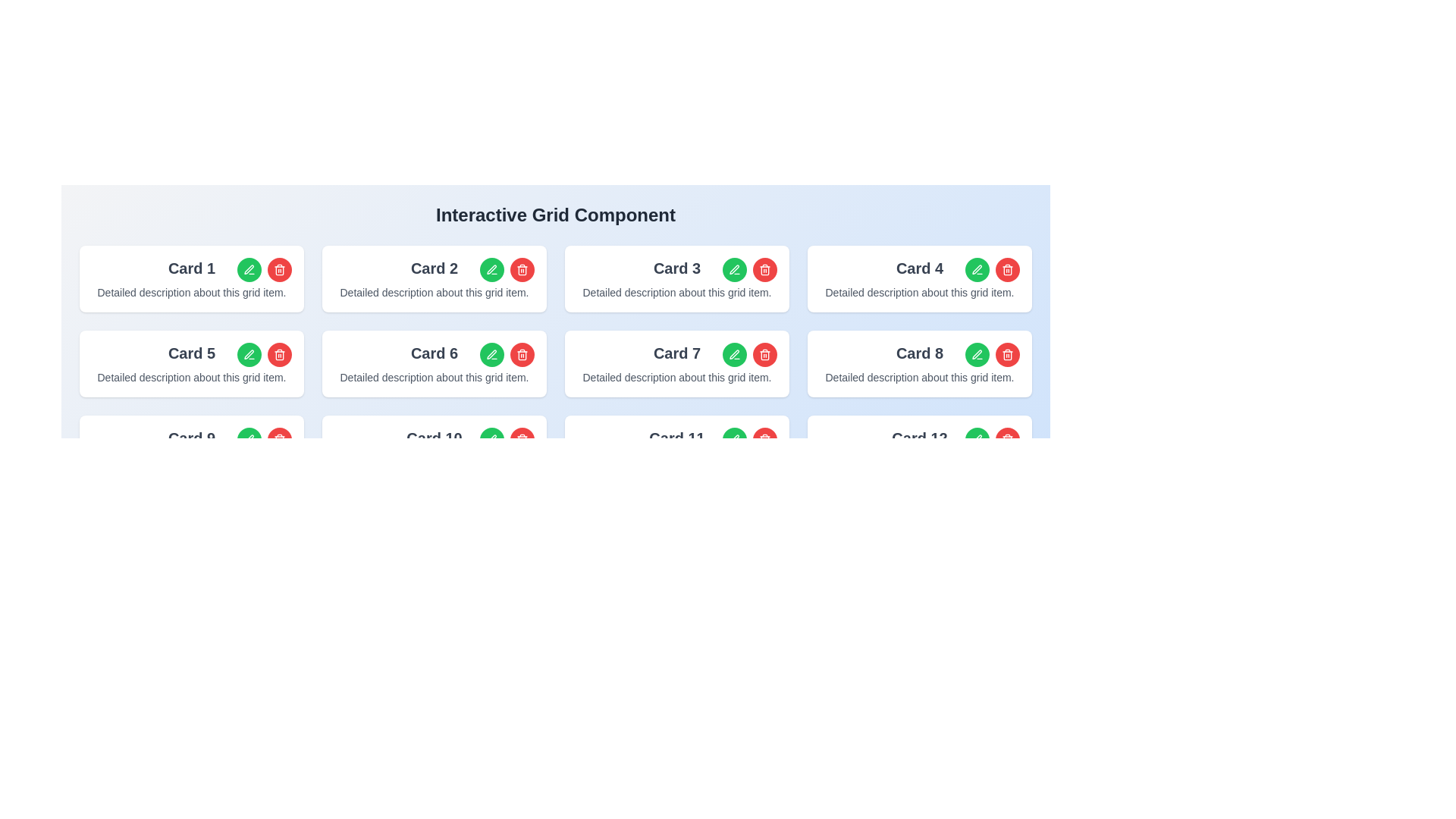  Describe the element at coordinates (249, 268) in the screenshot. I see `the circular green button with a white pen icon` at that location.